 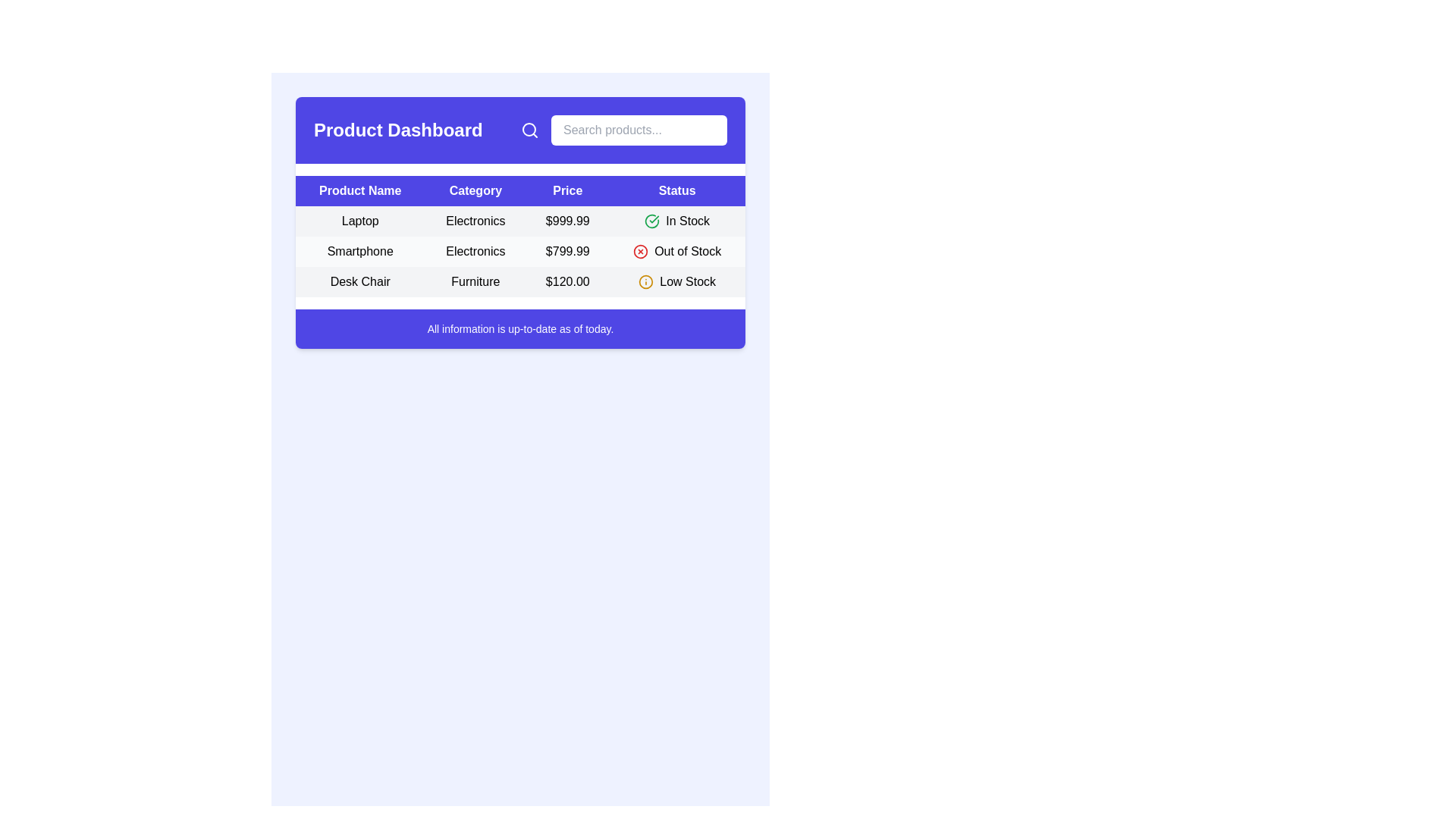 What do you see at coordinates (676, 221) in the screenshot?
I see `the availability status text with icon in the 'Status' column of the first row of the product information table, which indicates that the item is available for purchase` at bounding box center [676, 221].